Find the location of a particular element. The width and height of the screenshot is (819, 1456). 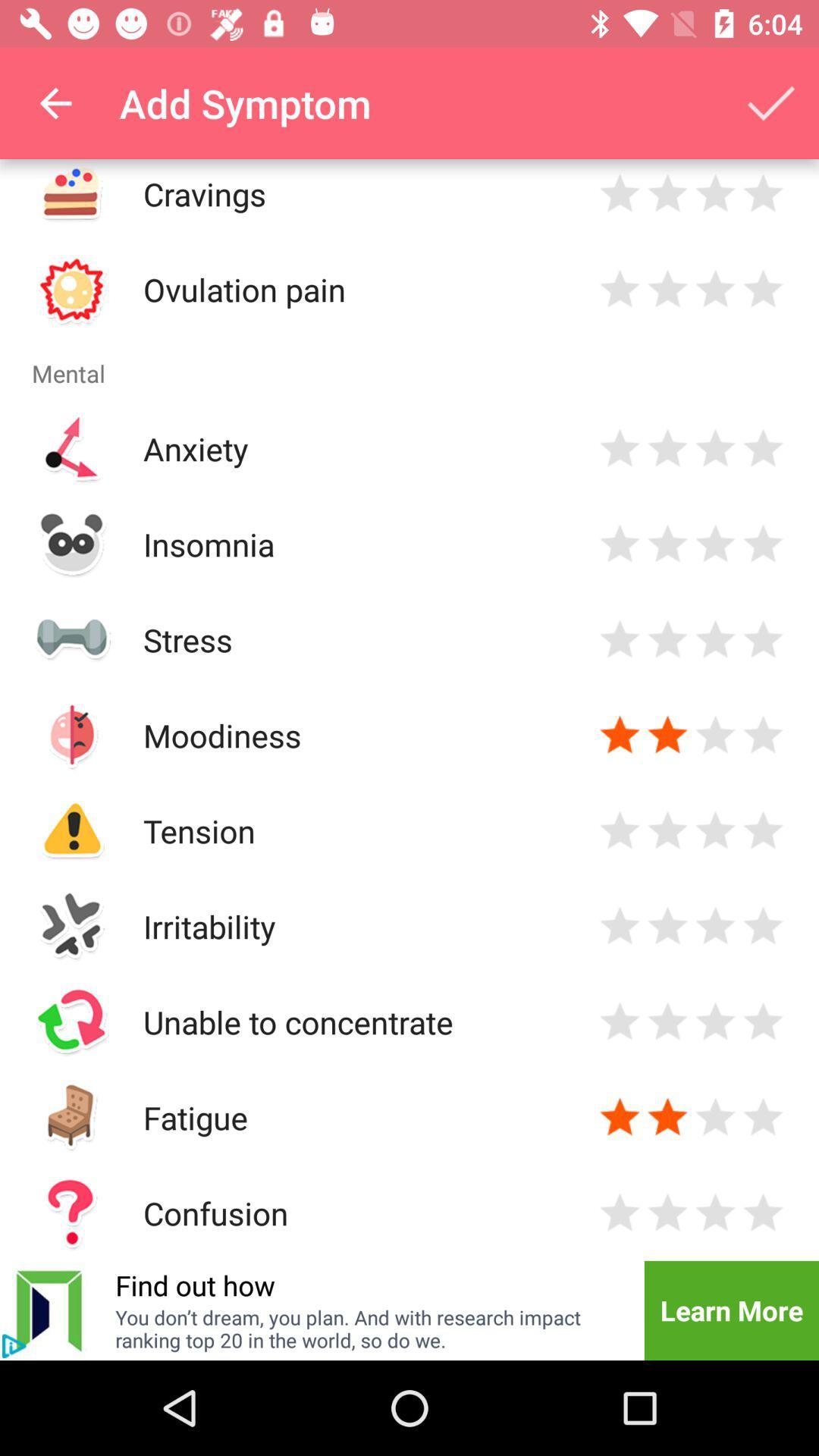

evaluation is located at coordinates (763, 544).